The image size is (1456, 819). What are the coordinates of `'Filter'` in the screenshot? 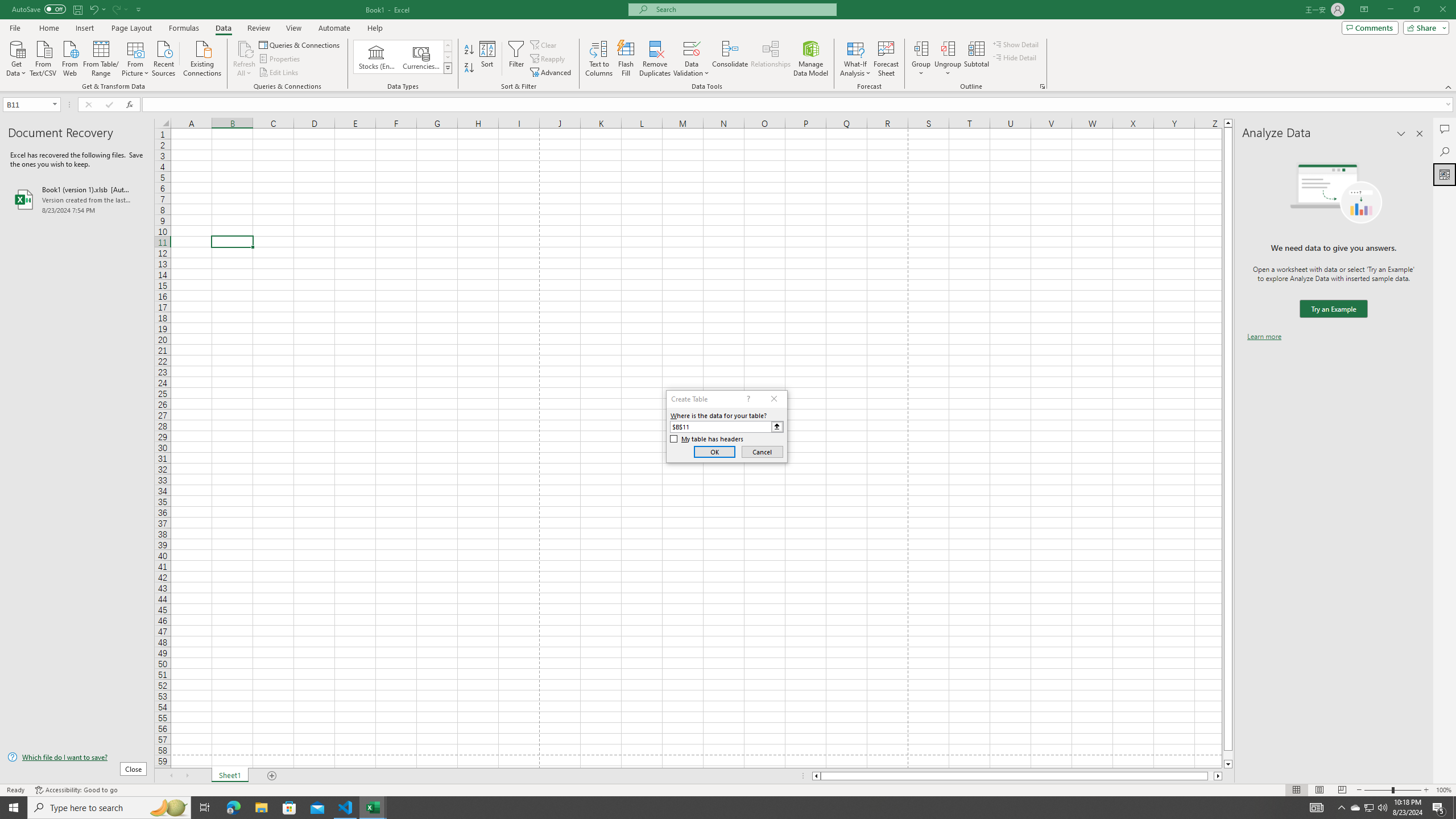 It's located at (515, 59).